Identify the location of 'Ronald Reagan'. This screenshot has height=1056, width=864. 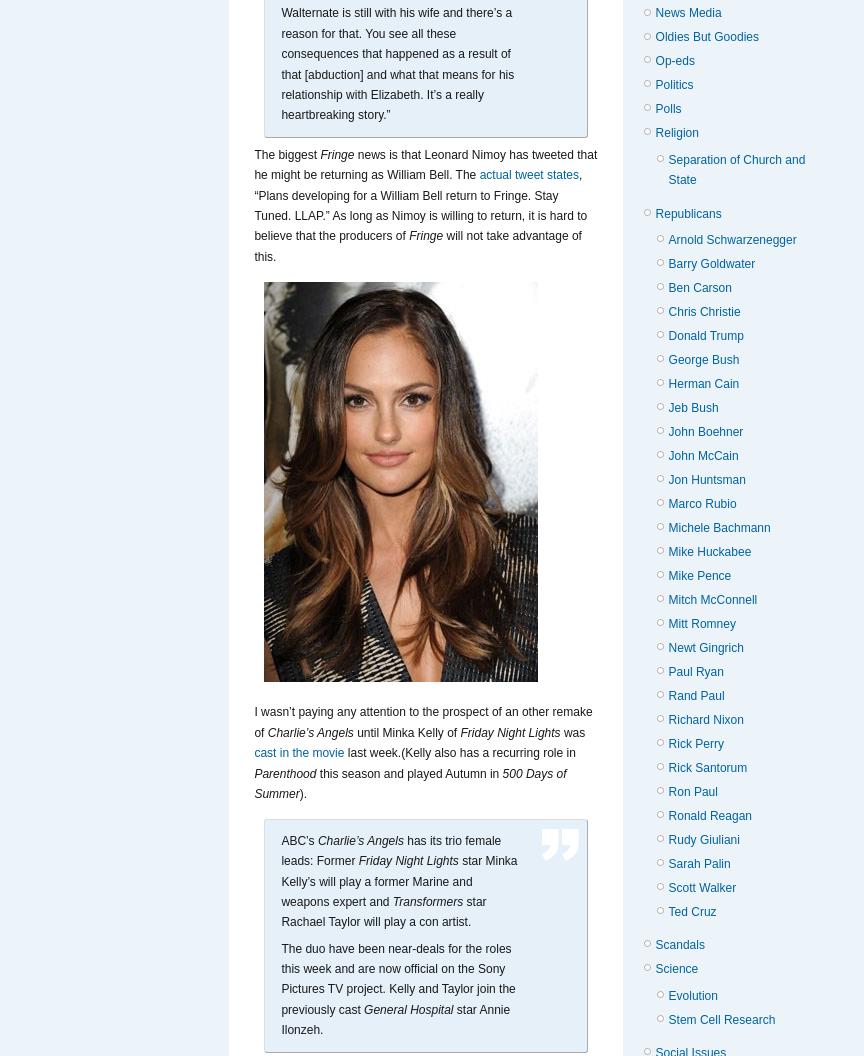
(710, 815).